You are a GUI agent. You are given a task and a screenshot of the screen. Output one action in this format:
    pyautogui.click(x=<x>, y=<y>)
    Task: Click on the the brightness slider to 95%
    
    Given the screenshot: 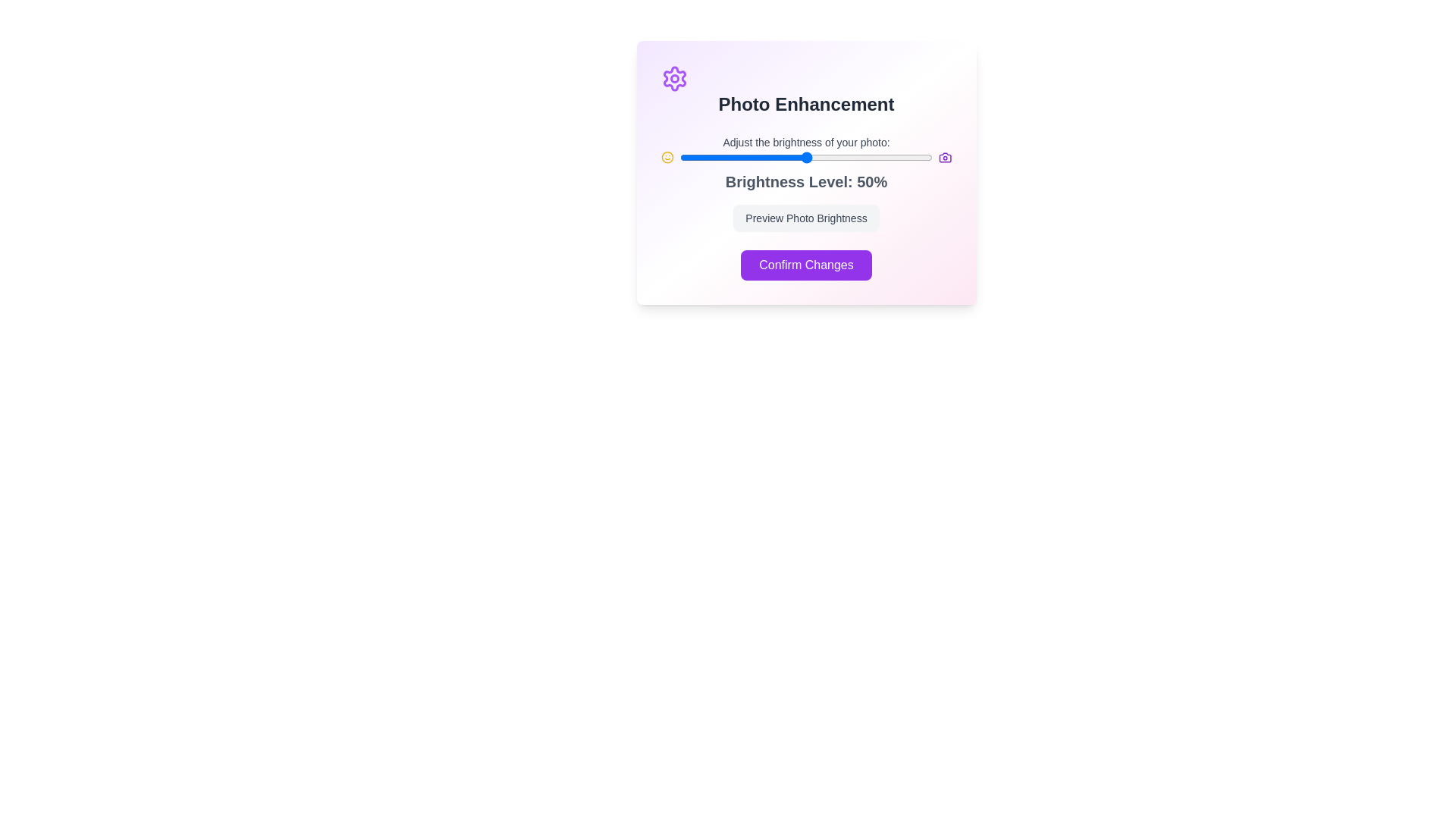 What is the action you would take?
    pyautogui.click(x=919, y=158)
    